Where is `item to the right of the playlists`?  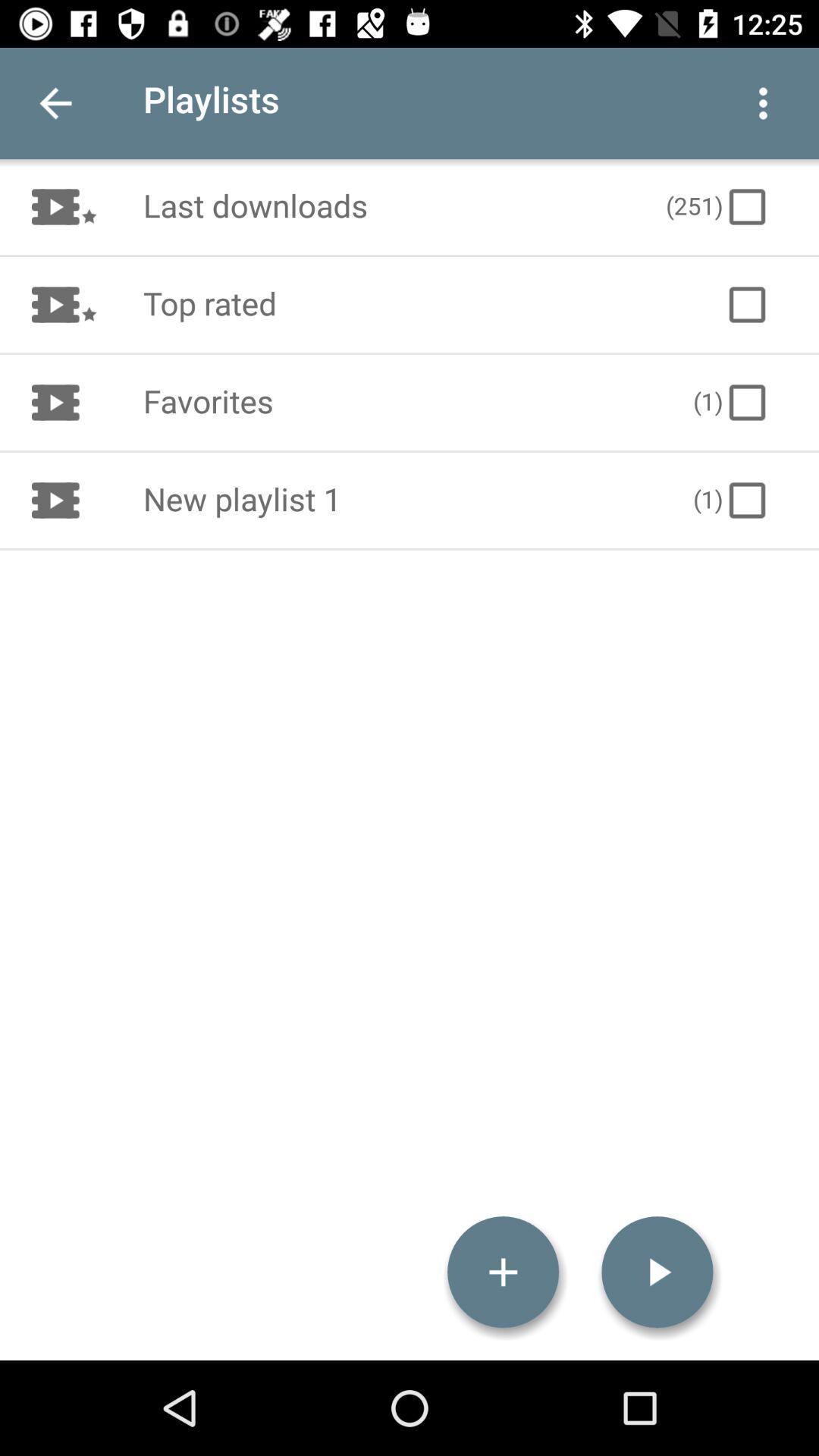
item to the right of the playlists is located at coordinates (763, 102).